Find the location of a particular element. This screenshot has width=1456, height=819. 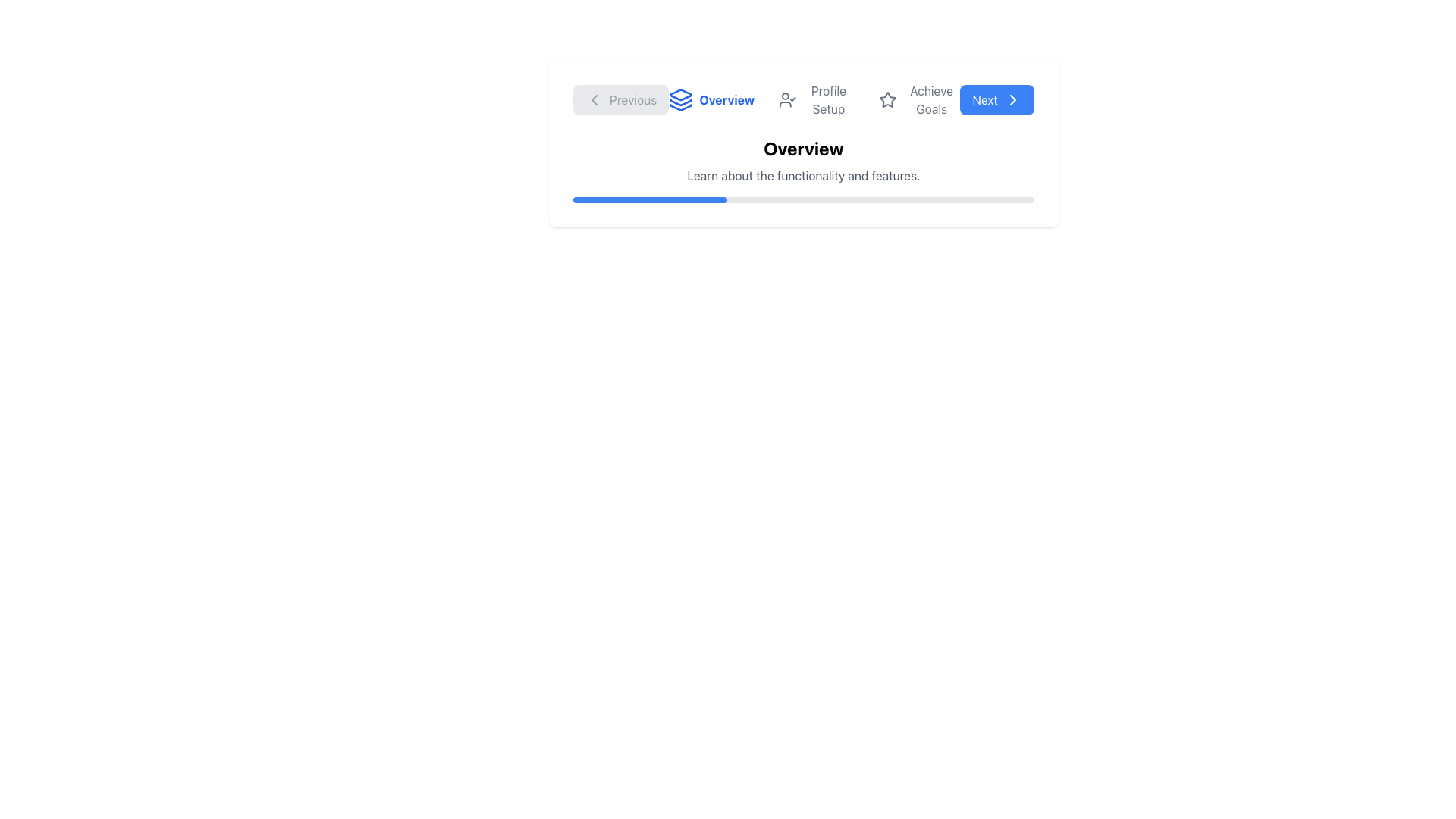

the 'Overview' label, which is styled in blue font and located in the horizontal navigation bar, positioned slightly right of the center, adjacent to a layered icon is located at coordinates (726, 99).